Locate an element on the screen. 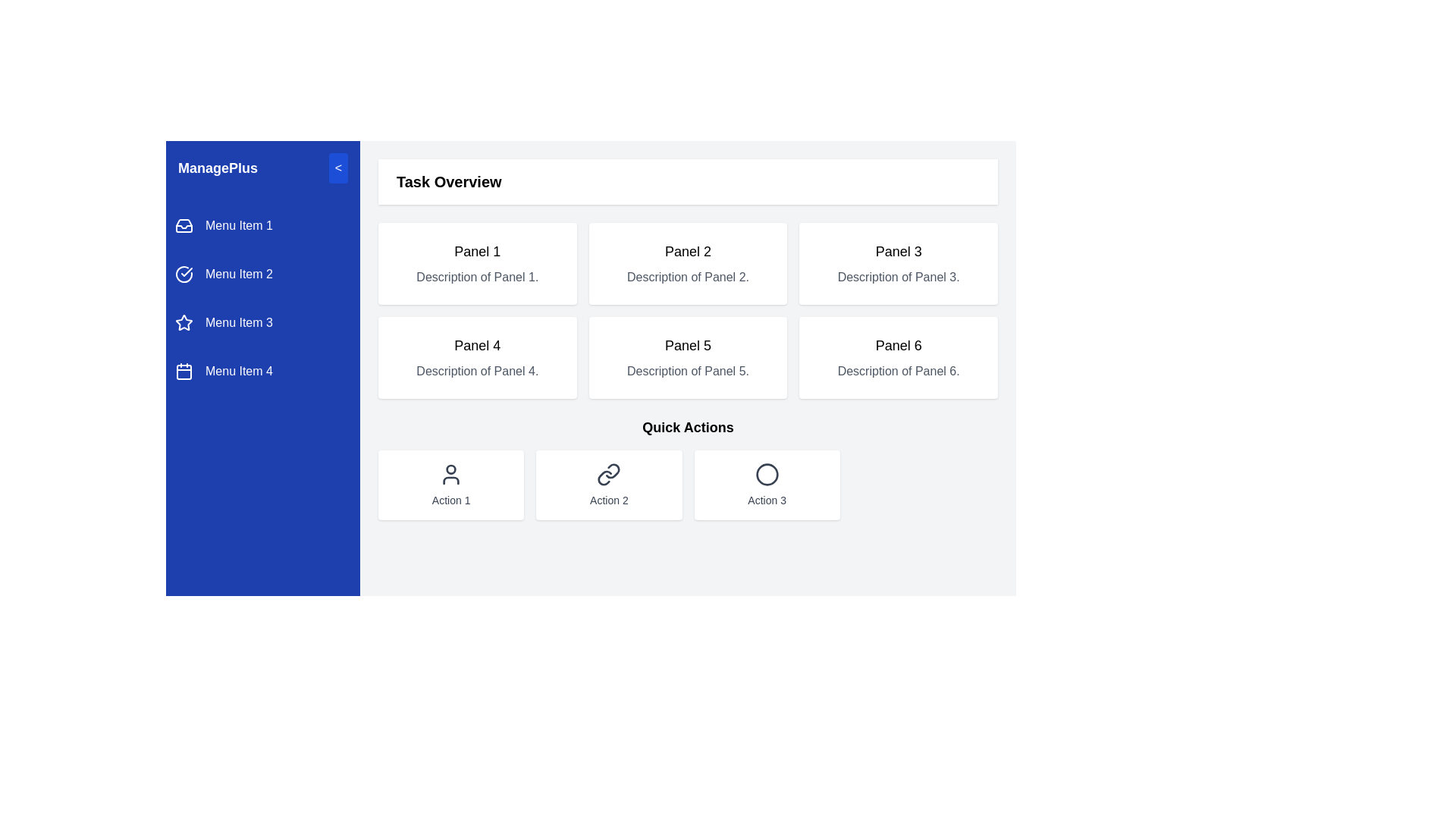  the interactive panel titled 'Panel 6' located in the bottom-right corner of the grid to interact with it is located at coordinates (899, 357).